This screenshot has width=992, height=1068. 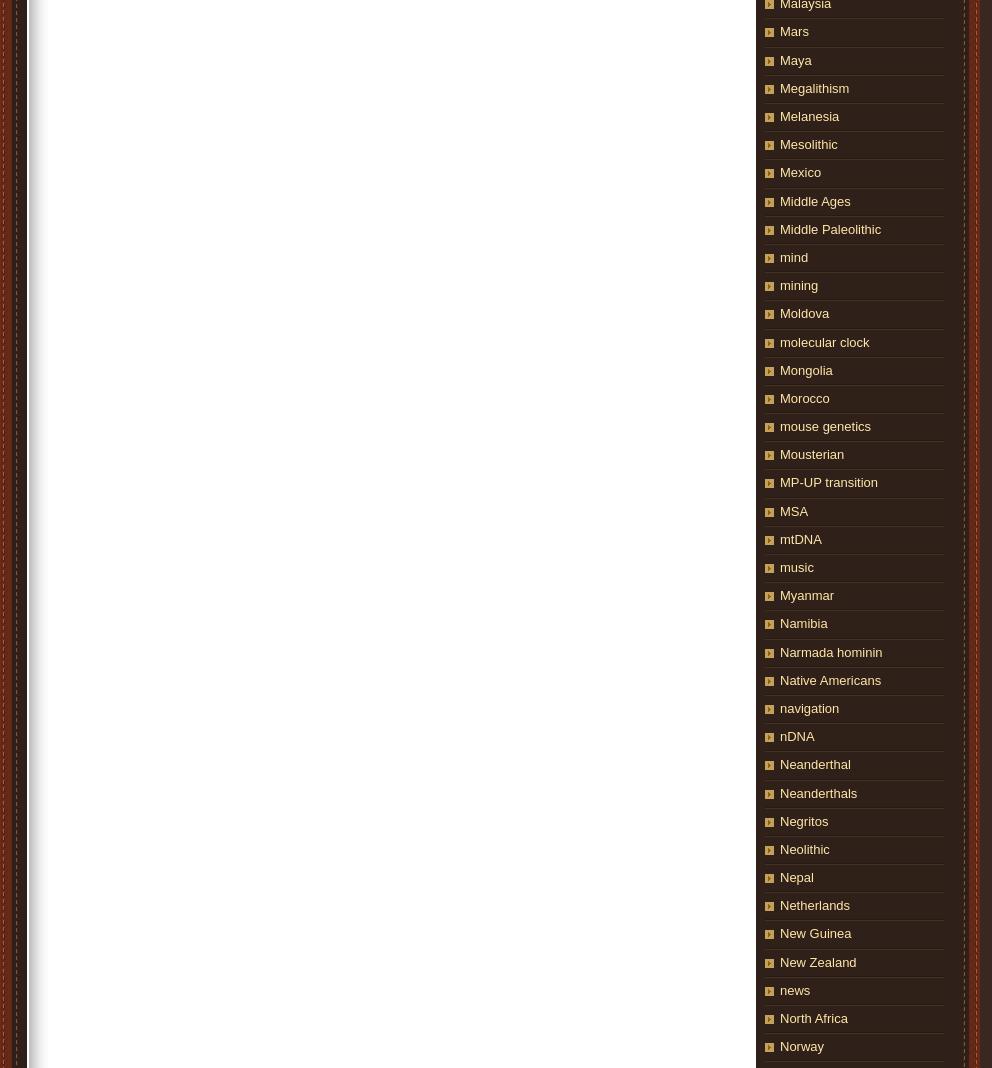 What do you see at coordinates (796, 736) in the screenshot?
I see `'nDNA'` at bounding box center [796, 736].